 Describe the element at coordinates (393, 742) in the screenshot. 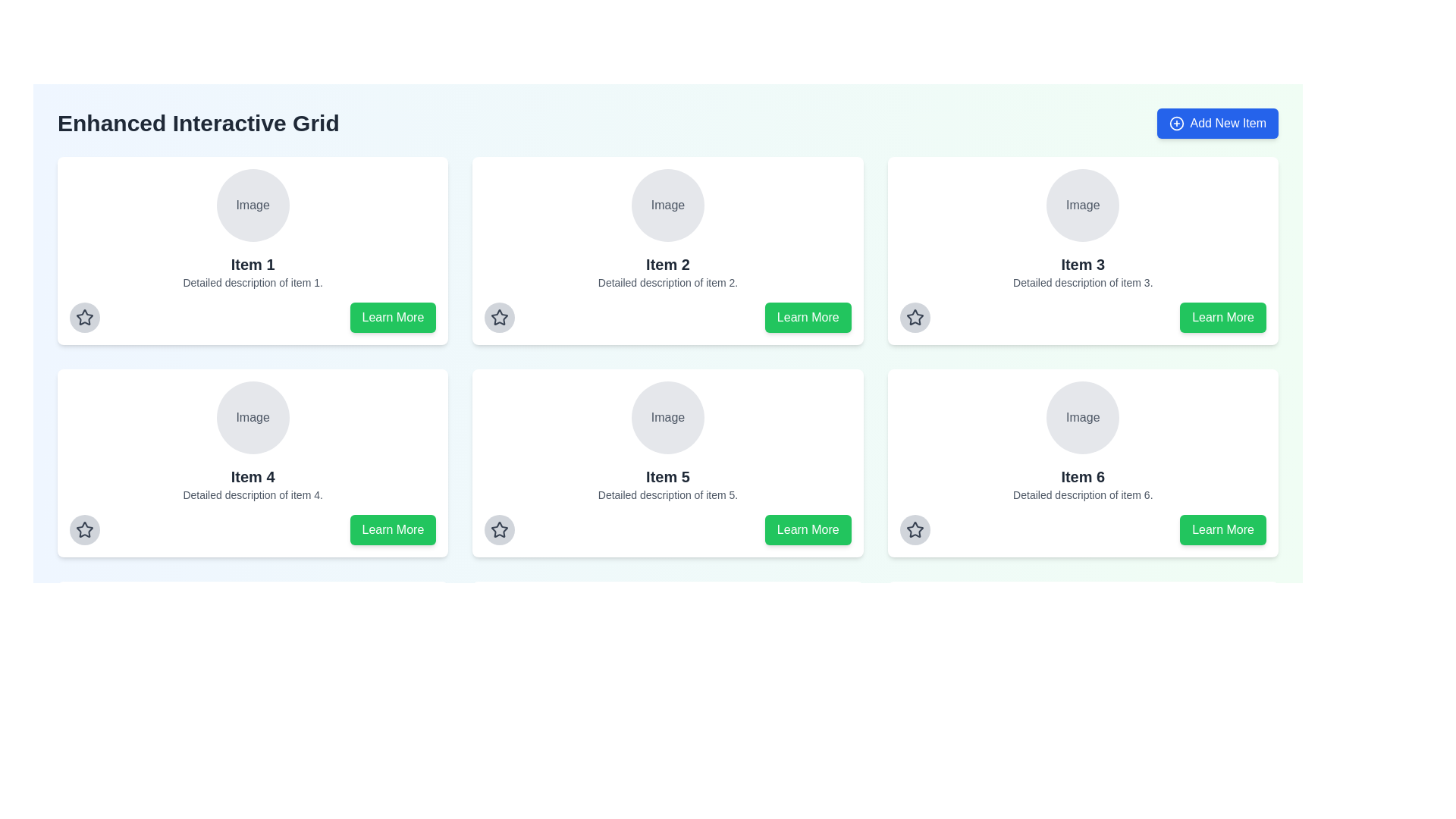

I see `the green button labeled 'Learn More' located at the bottom-right corner of the card associated with Item 5 in the grid` at that location.